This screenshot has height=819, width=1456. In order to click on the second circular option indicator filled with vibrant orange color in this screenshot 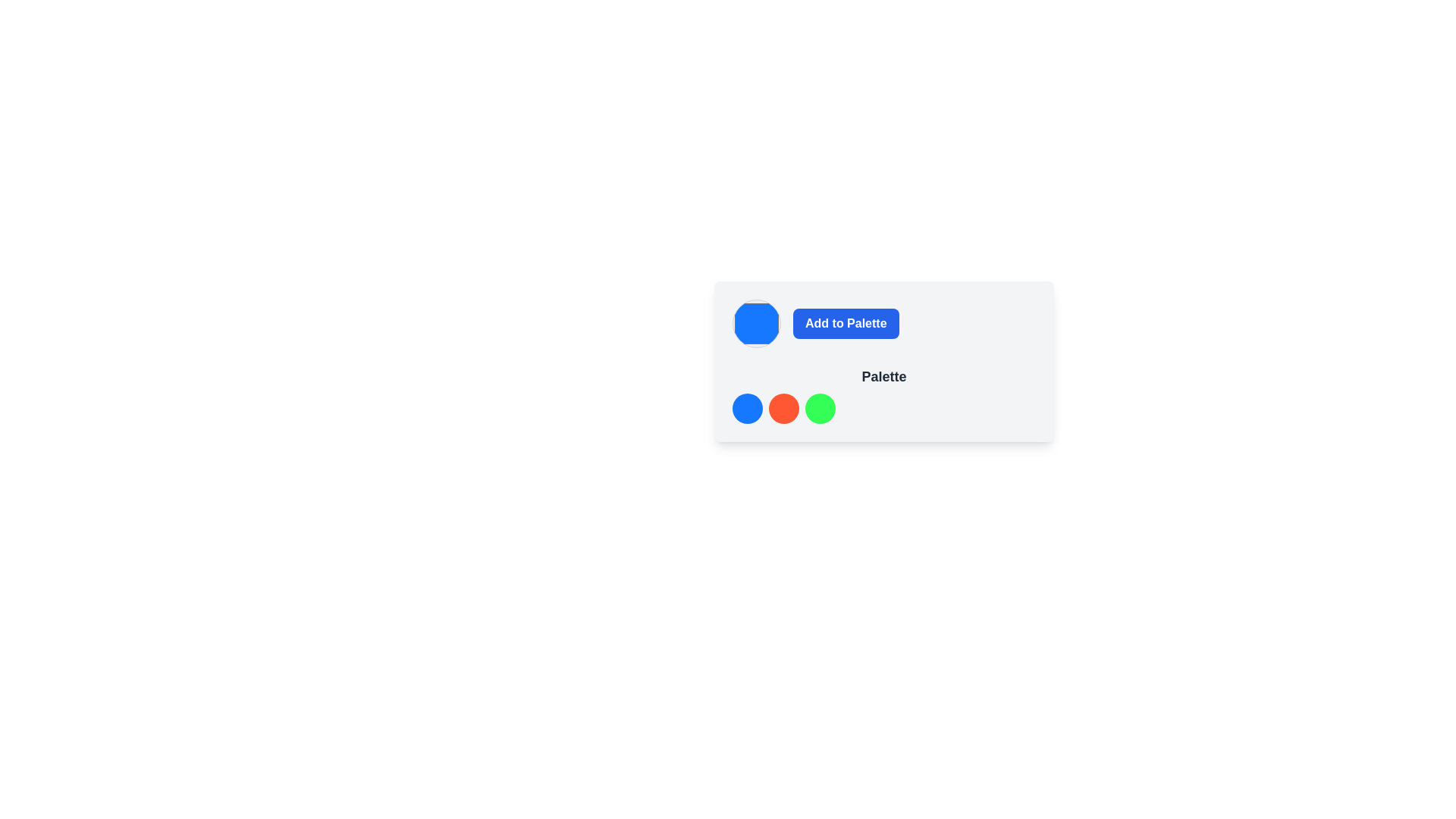, I will do `click(783, 408)`.